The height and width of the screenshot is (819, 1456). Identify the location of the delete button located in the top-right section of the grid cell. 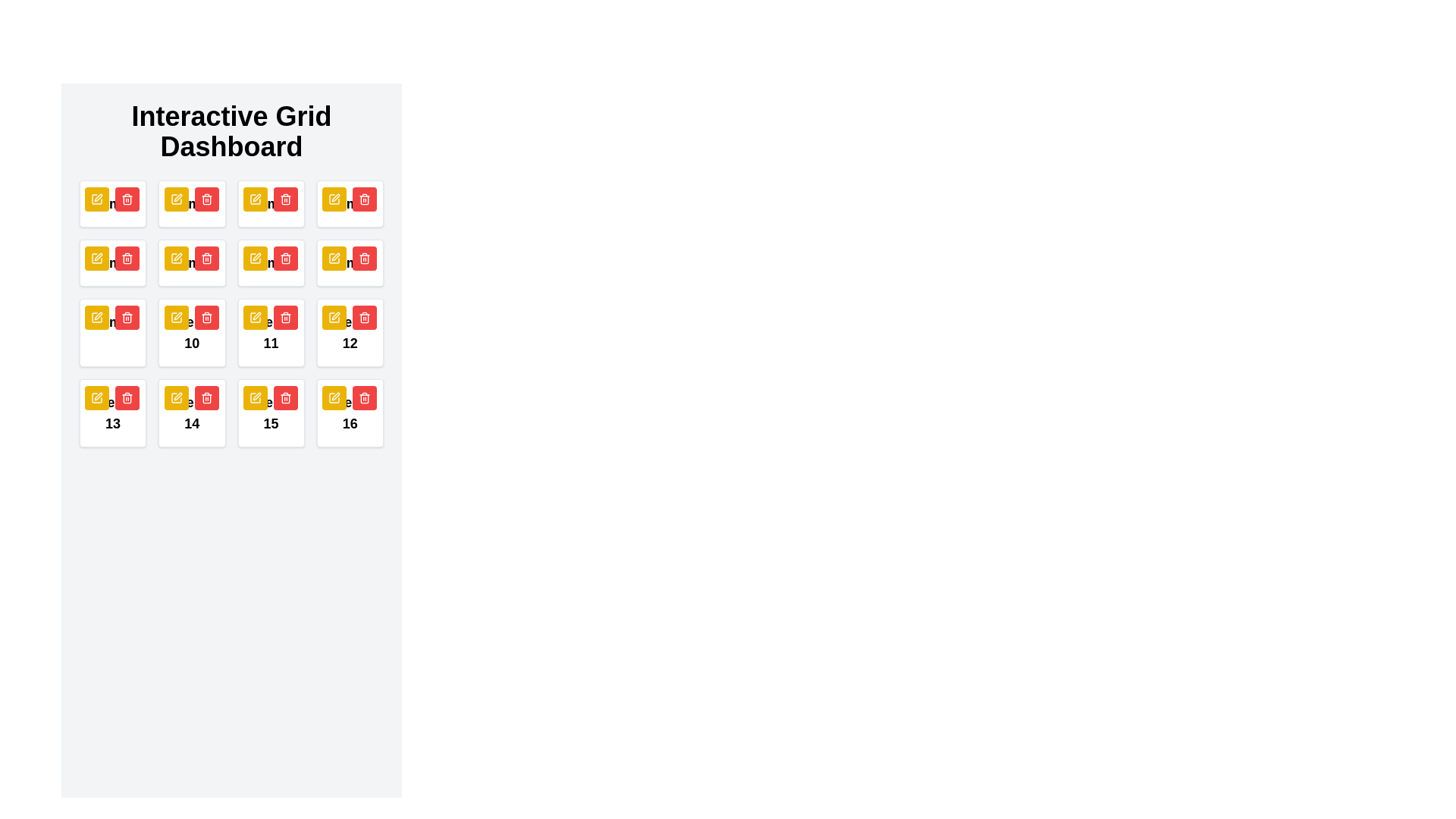
(127, 198).